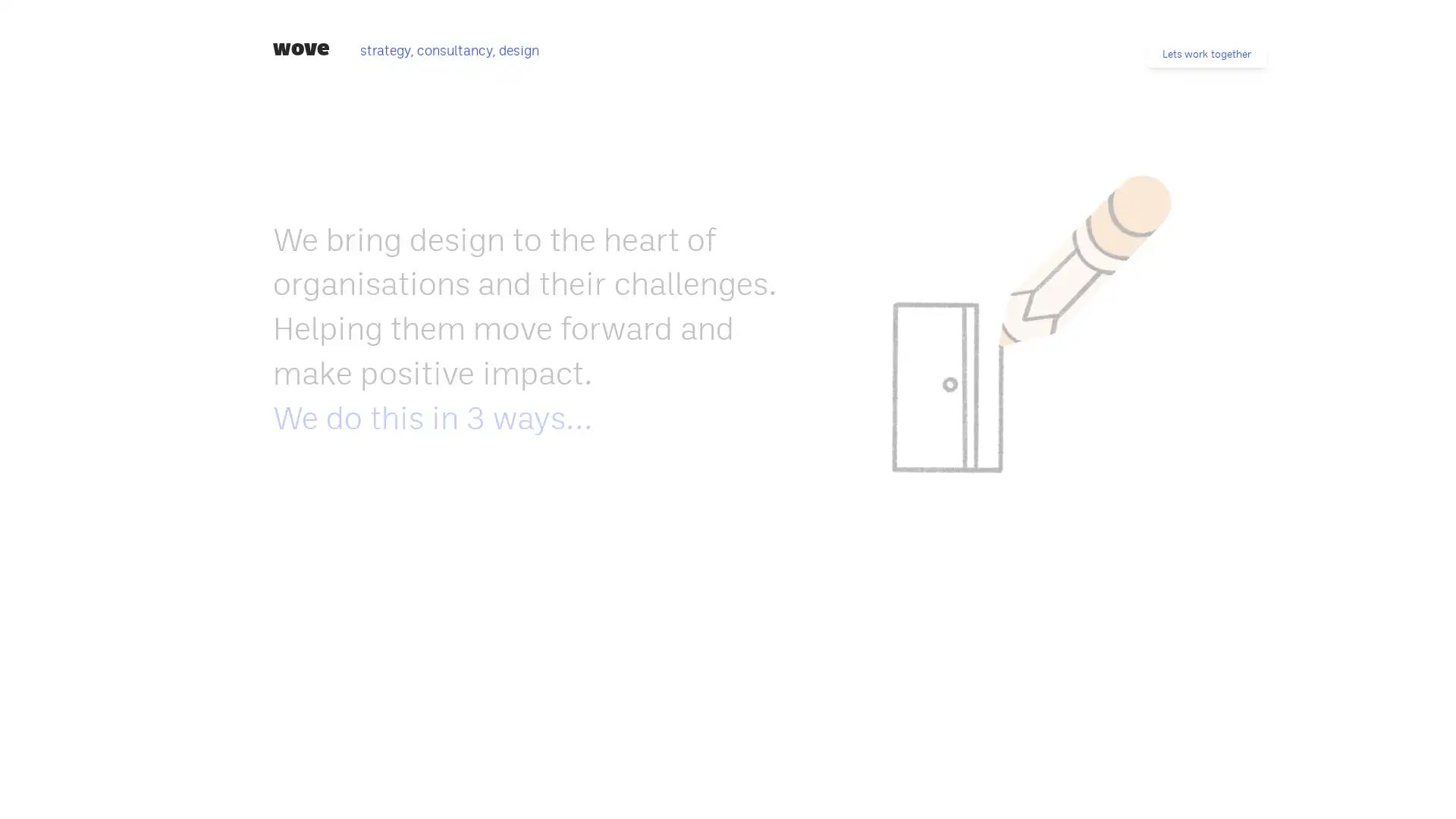  I want to click on Lets work together, so click(1206, 53).